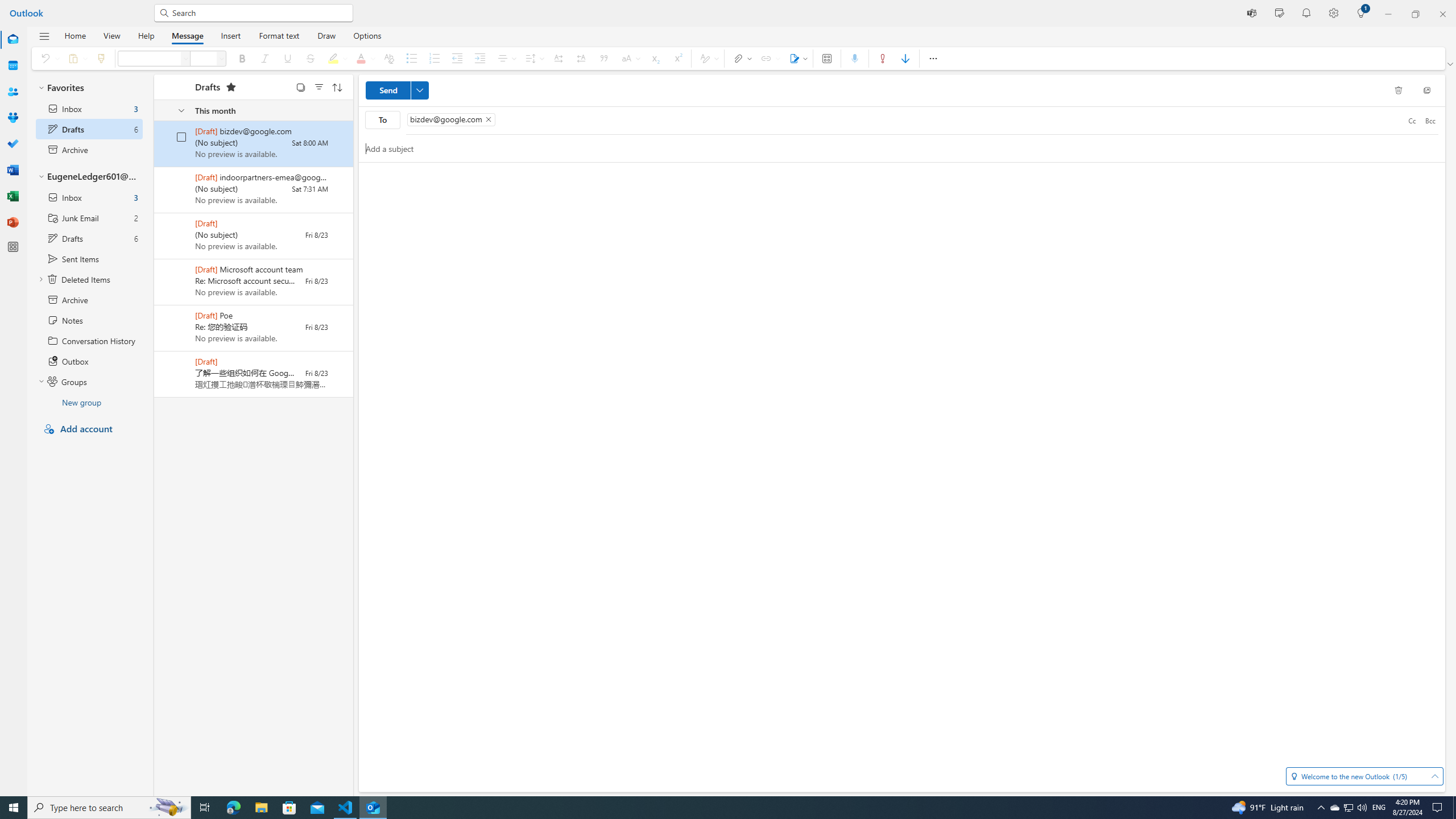 The height and width of the screenshot is (819, 1456). What do you see at coordinates (739, 58) in the screenshot?
I see `'Attach file'` at bounding box center [739, 58].